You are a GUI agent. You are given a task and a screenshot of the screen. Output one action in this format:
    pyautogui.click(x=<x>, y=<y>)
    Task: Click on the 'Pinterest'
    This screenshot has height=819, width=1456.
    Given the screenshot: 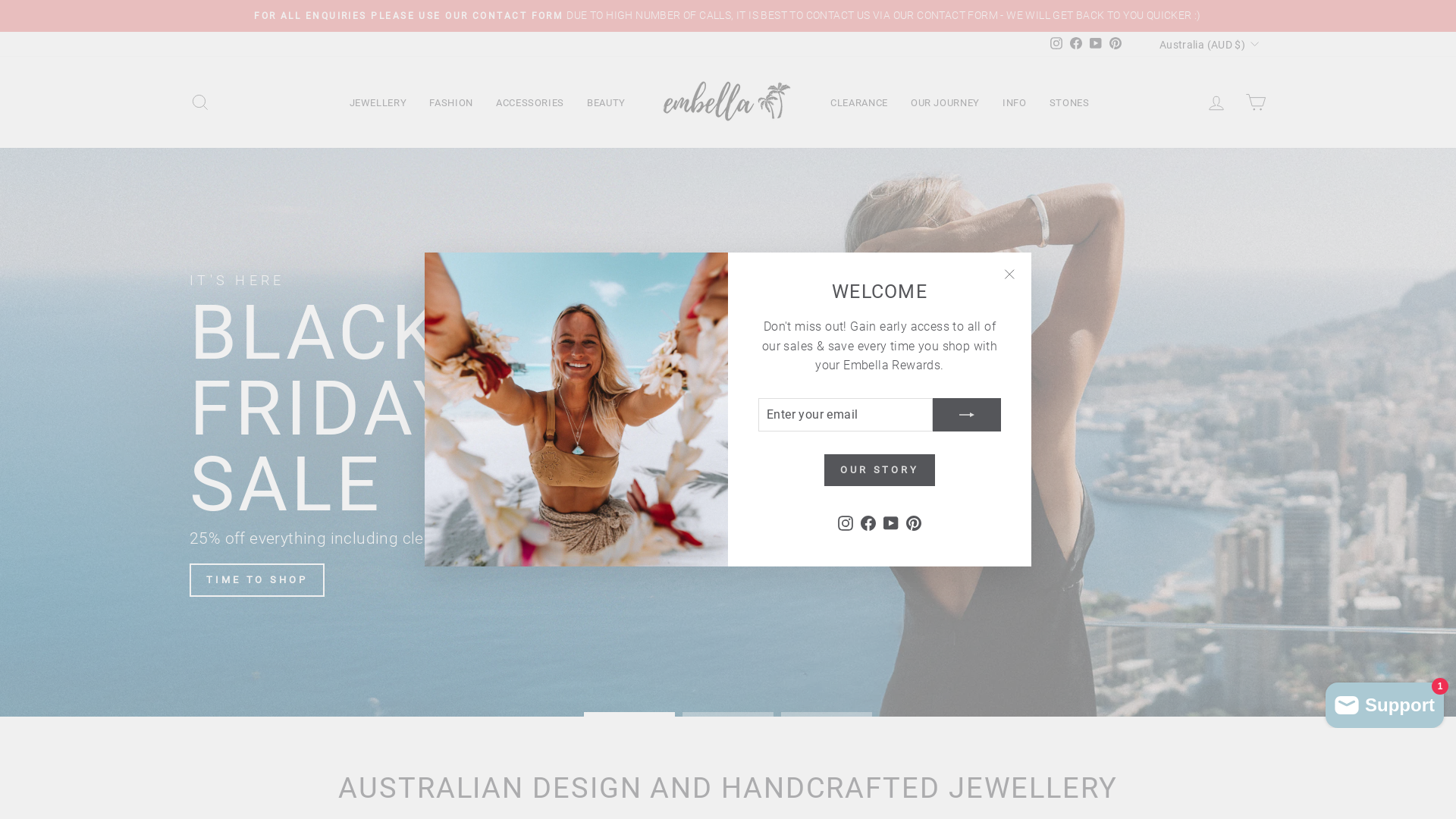 What is the action you would take?
    pyautogui.click(x=1106, y=43)
    